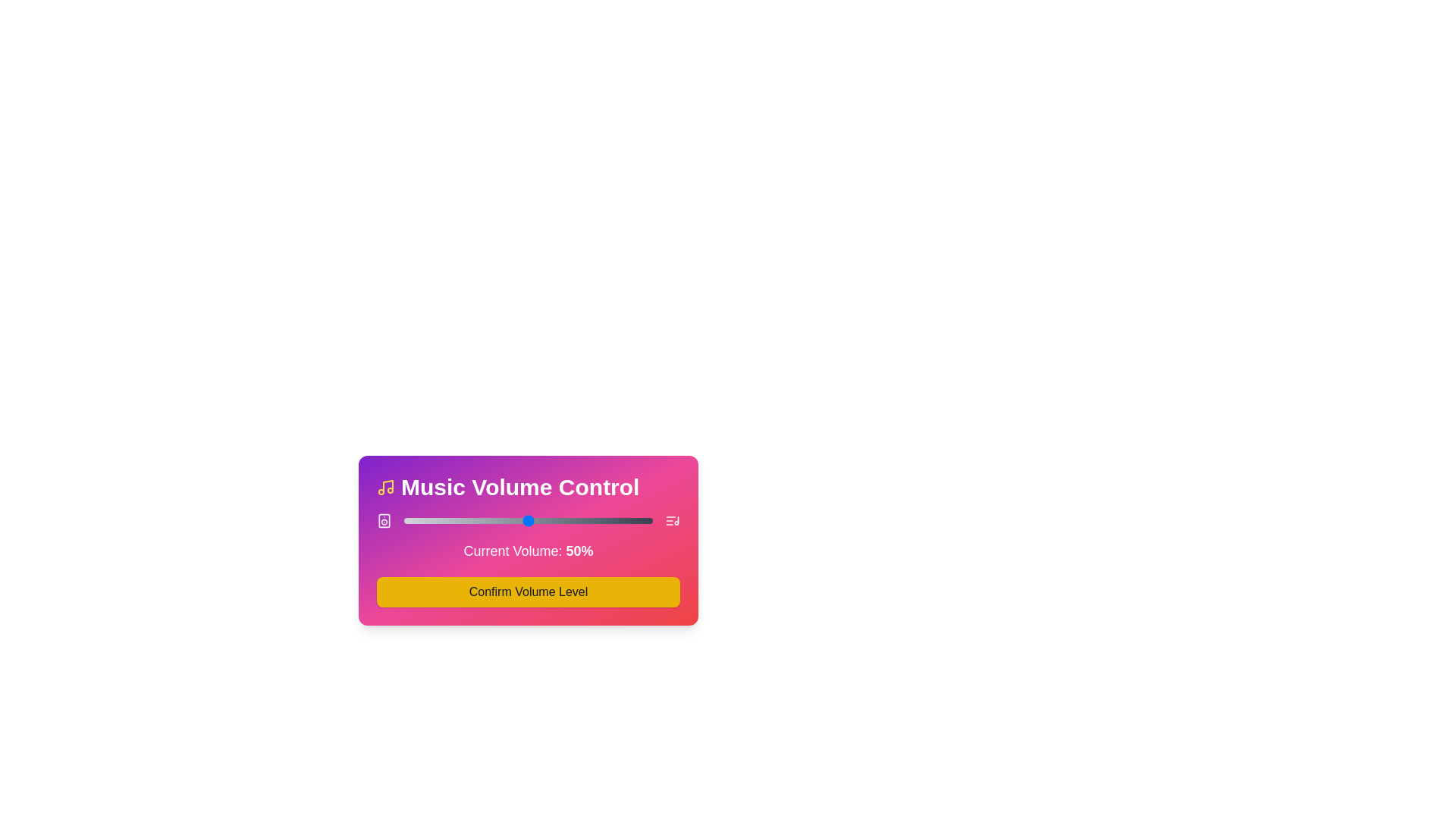 The image size is (1456, 819). What do you see at coordinates (528, 591) in the screenshot?
I see `'Confirm Volume Level' button to confirm the current volume` at bounding box center [528, 591].